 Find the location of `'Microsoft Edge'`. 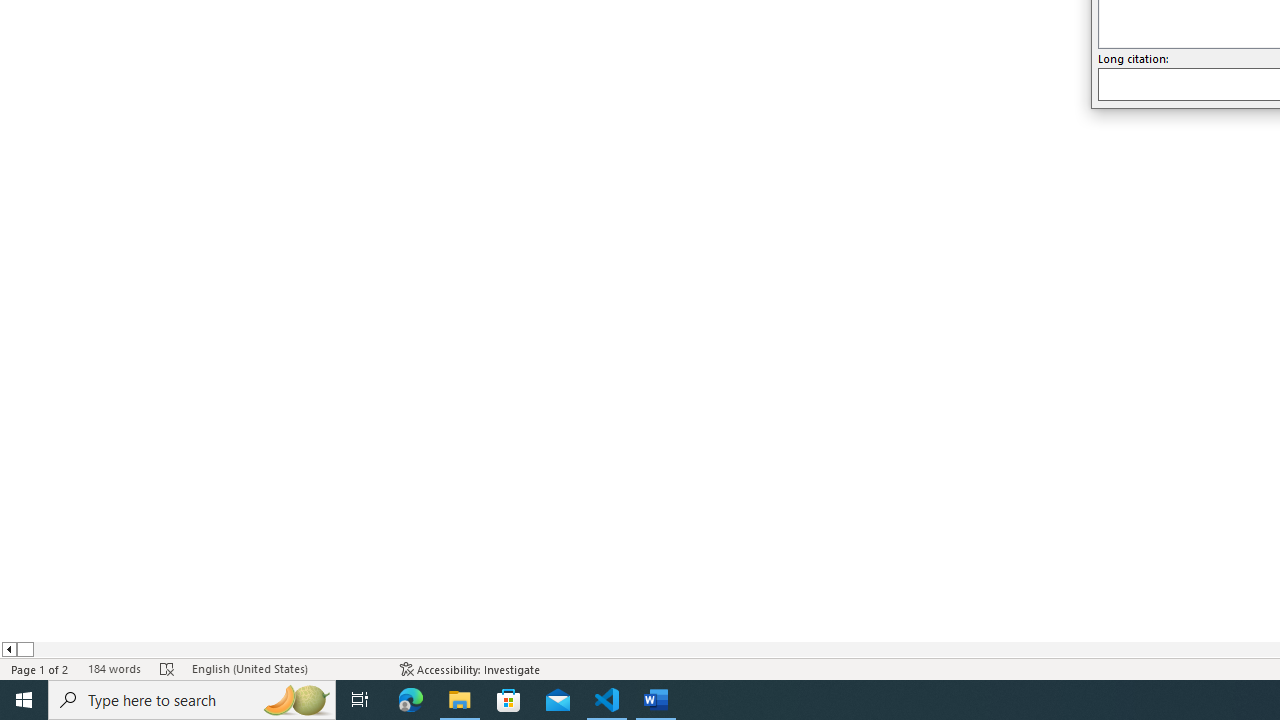

'Microsoft Edge' is located at coordinates (410, 698).